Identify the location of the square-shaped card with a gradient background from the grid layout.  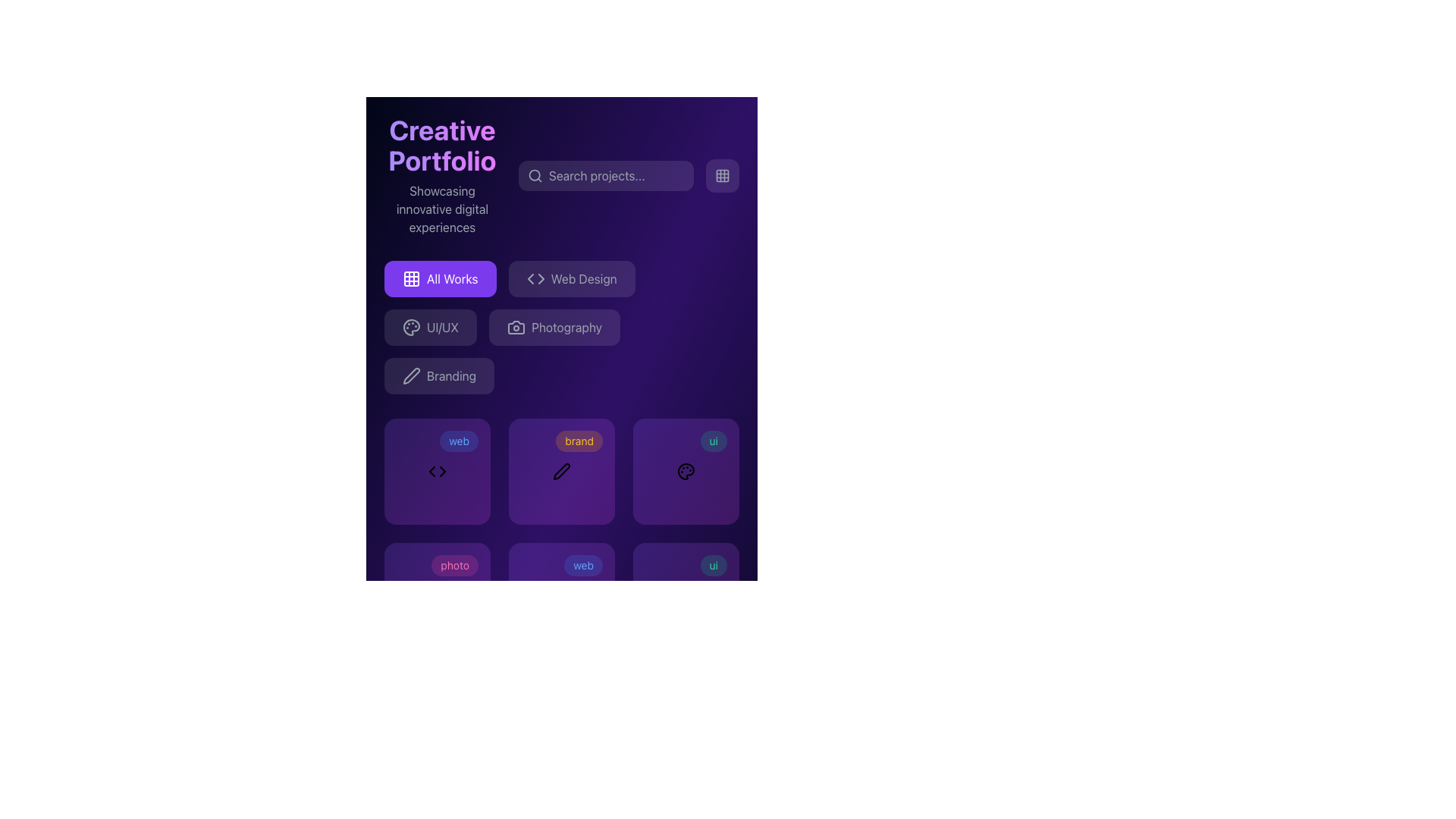
(436, 470).